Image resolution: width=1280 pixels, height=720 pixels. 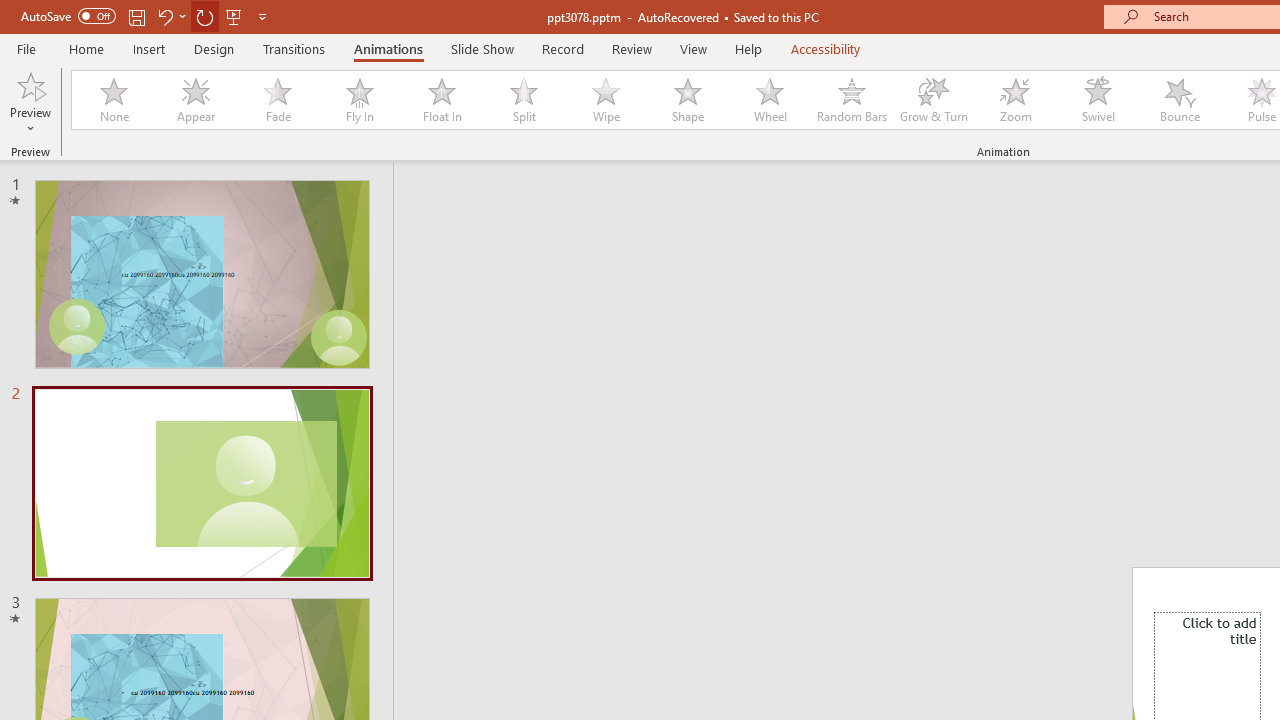 I want to click on 'Float In', so click(x=440, y=100).